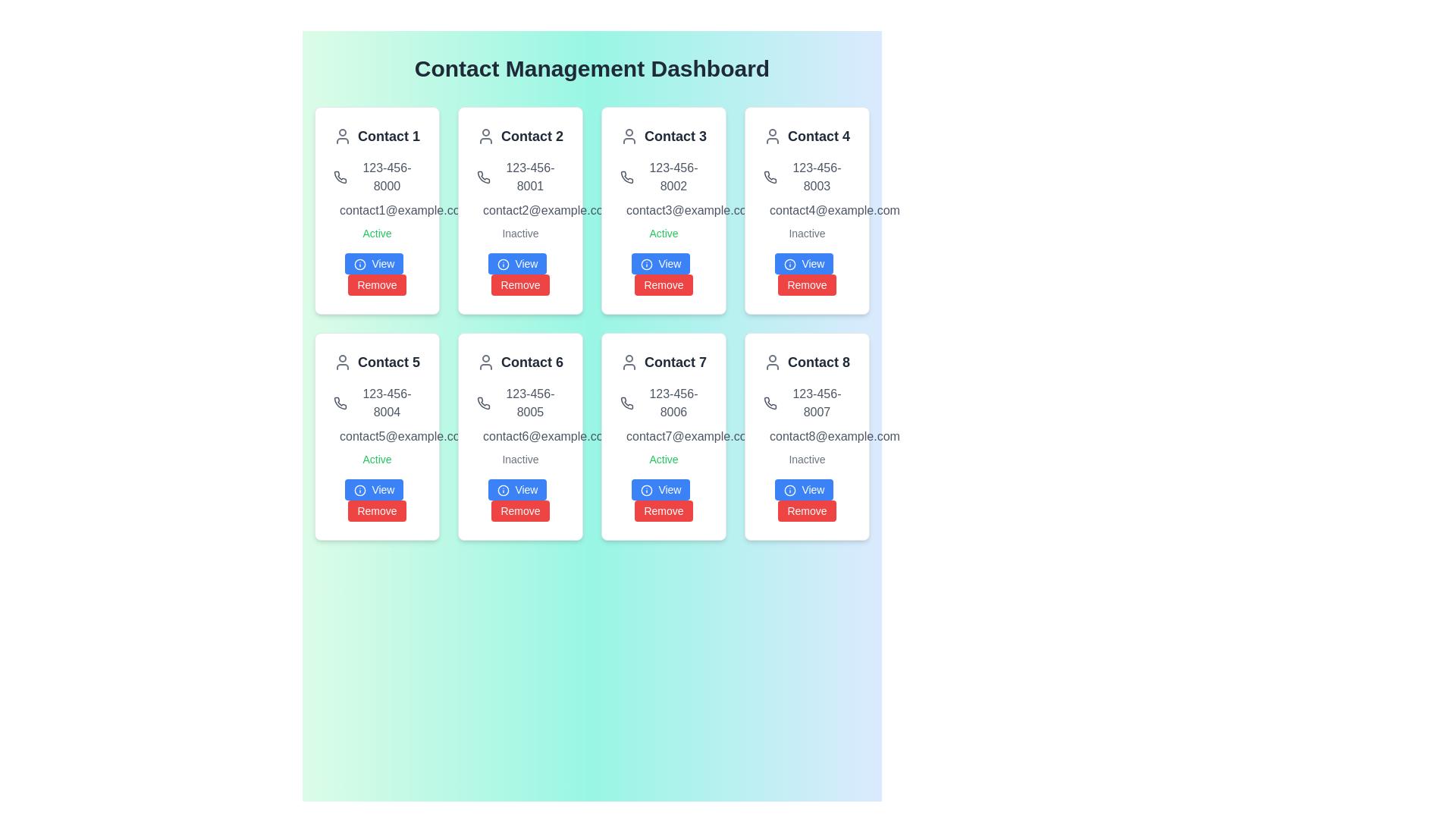  Describe the element at coordinates (806, 210) in the screenshot. I see `email address displayed in the contact card for 'Contact 4', located below the phone number '123-456-8003' and above the status indicator 'Inactive'` at that location.